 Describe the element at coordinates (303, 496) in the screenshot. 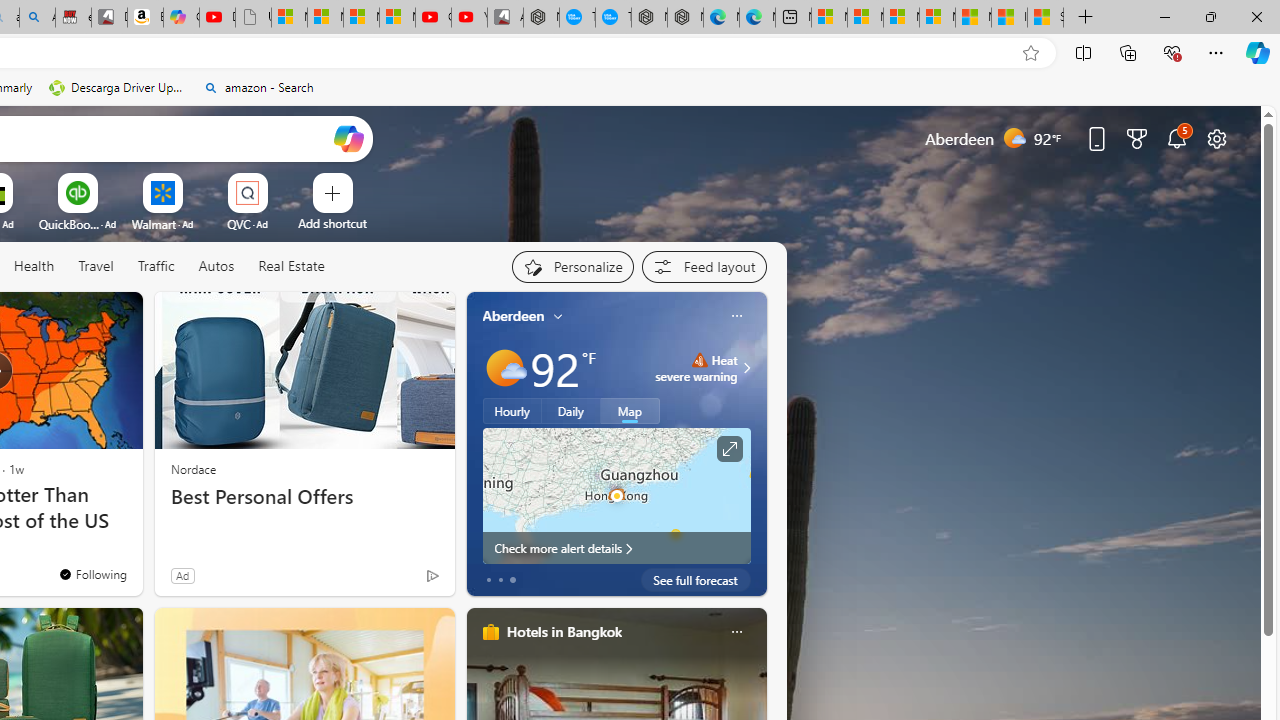

I see `'Best Personal Offers'` at that location.